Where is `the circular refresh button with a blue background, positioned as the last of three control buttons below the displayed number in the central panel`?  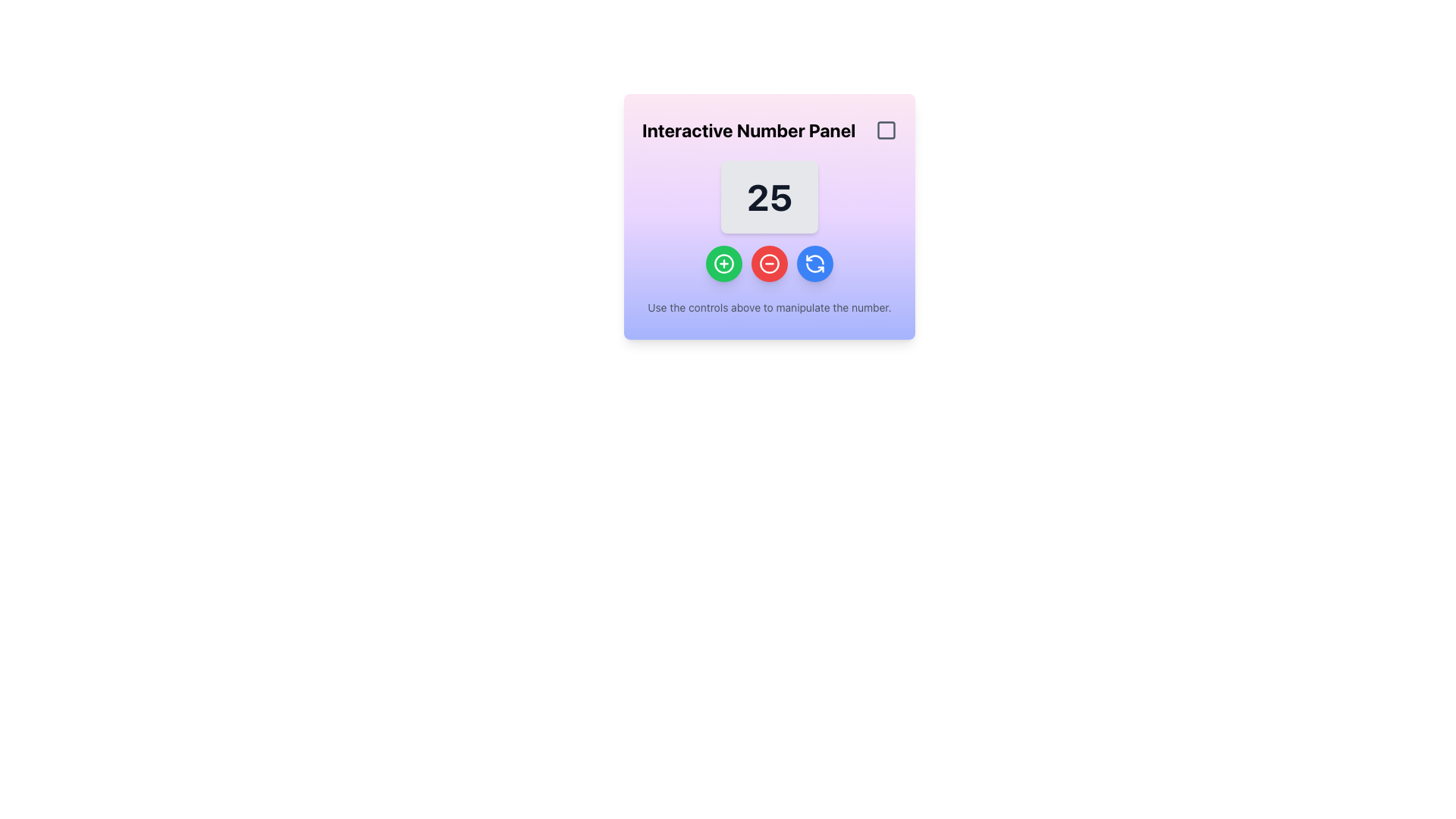
the circular refresh button with a blue background, positioned as the last of three control buttons below the displayed number in the central panel is located at coordinates (814, 262).